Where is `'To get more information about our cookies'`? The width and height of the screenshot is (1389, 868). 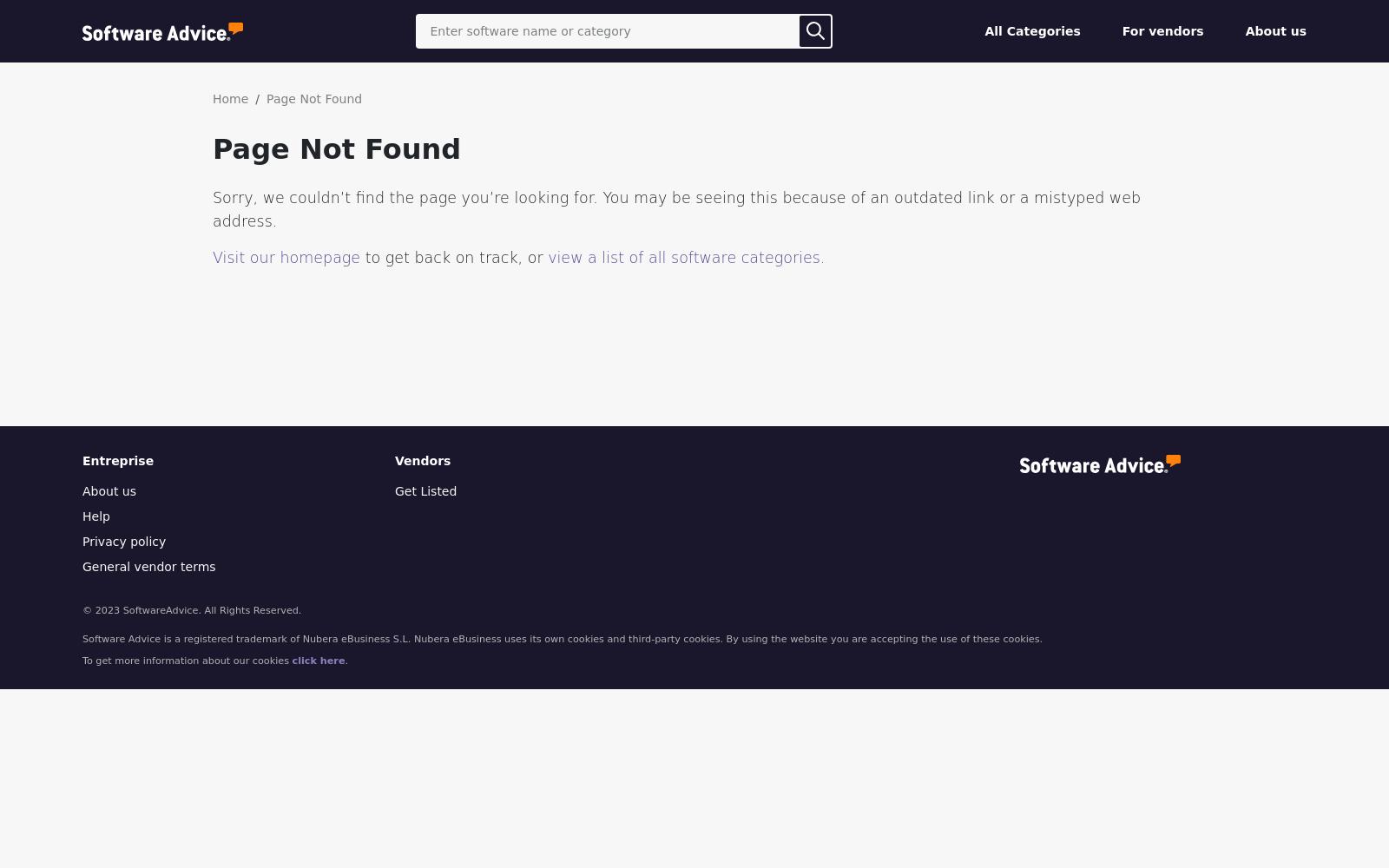
'To get more information about our cookies' is located at coordinates (187, 660).